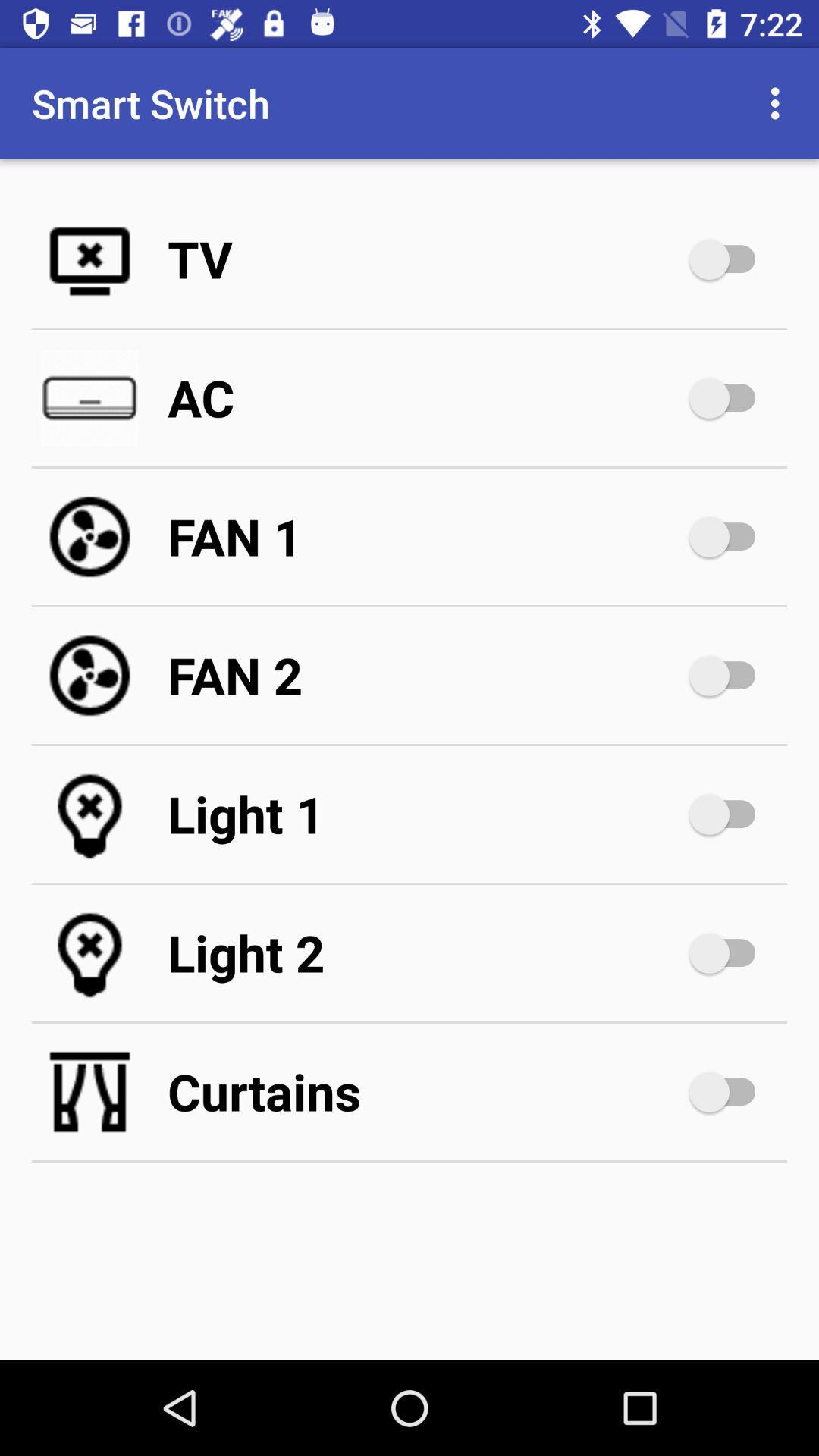  I want to click on curtains option, so click(729, 1092).